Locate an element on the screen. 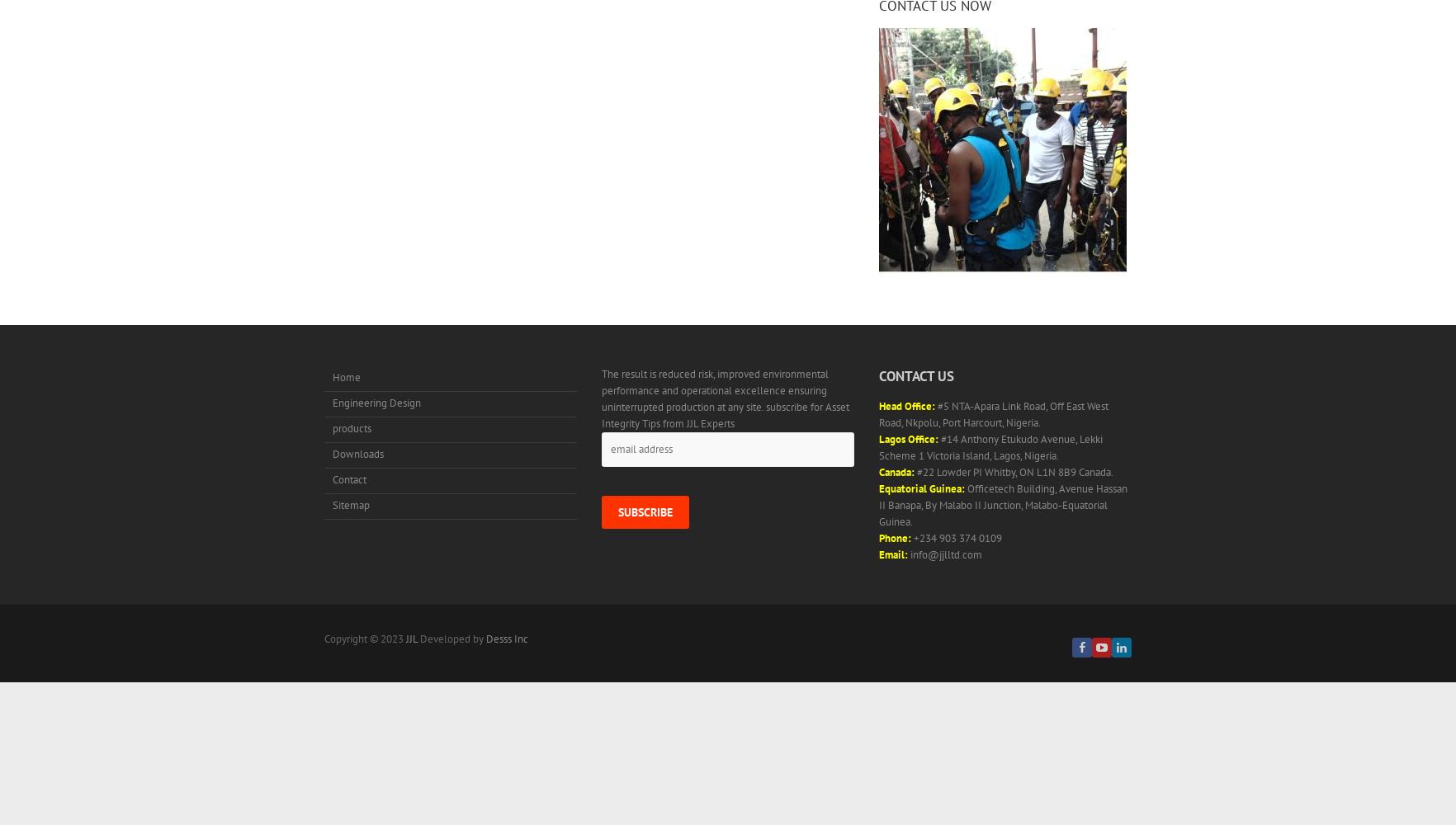  'Home' is located at coordinates (347, 376).